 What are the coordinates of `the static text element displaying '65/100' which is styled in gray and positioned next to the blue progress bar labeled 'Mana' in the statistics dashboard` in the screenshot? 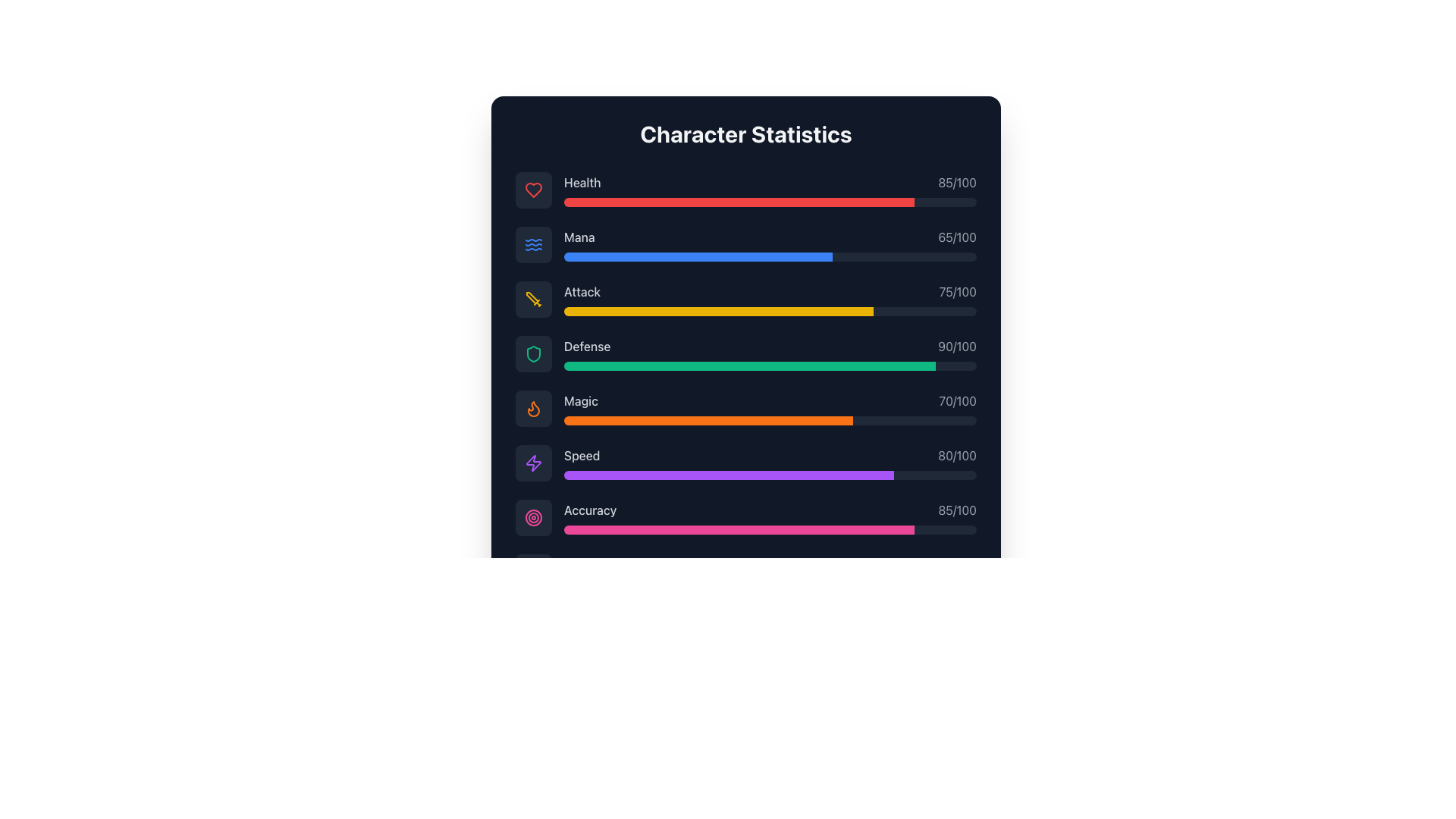 It's located at (956, 237).